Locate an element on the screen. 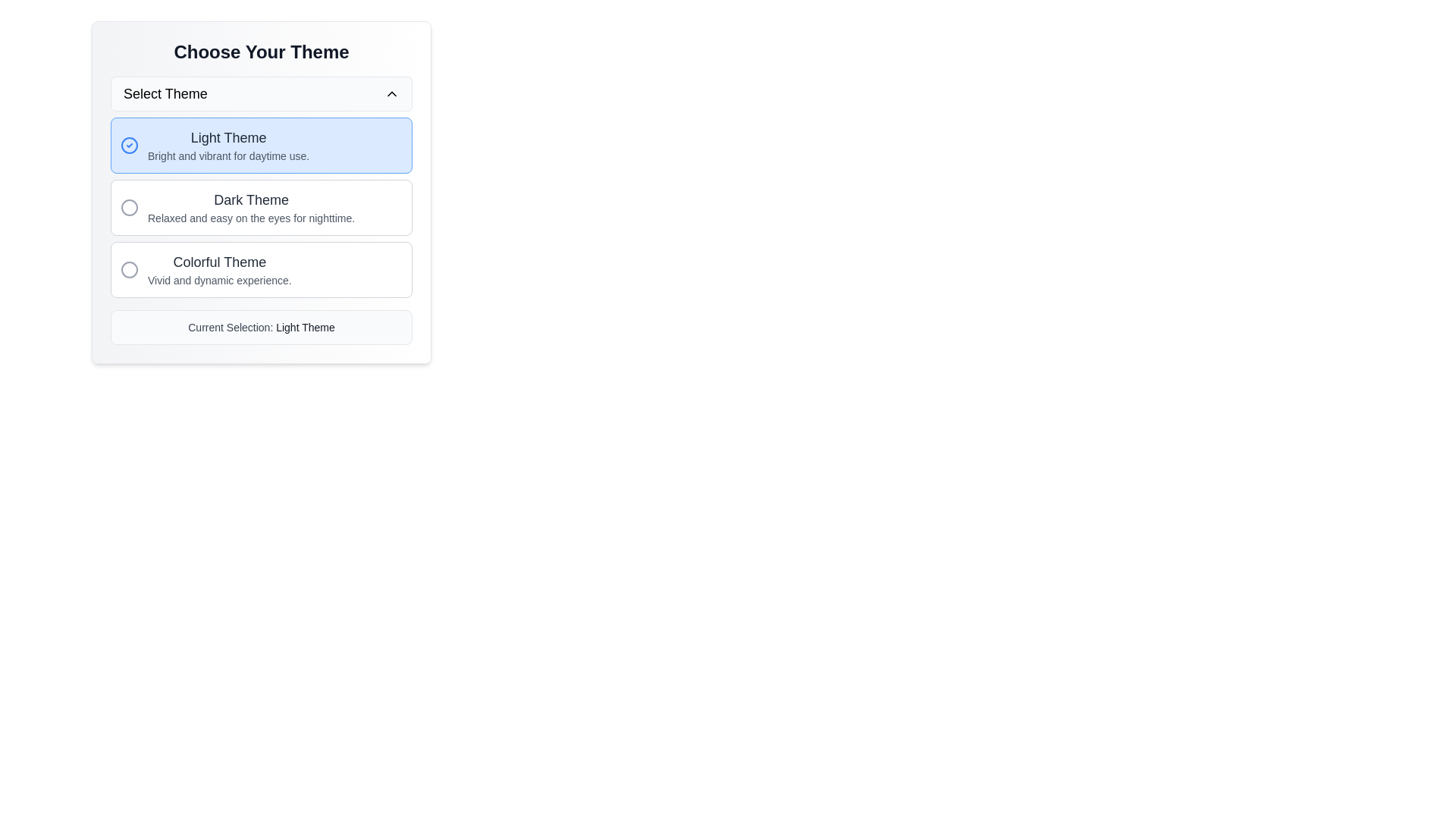 The image size is (1456, 819). the 'Light Theme' text label in the 'Choose Your Theme' selection list is located at coordinates (227, 146).